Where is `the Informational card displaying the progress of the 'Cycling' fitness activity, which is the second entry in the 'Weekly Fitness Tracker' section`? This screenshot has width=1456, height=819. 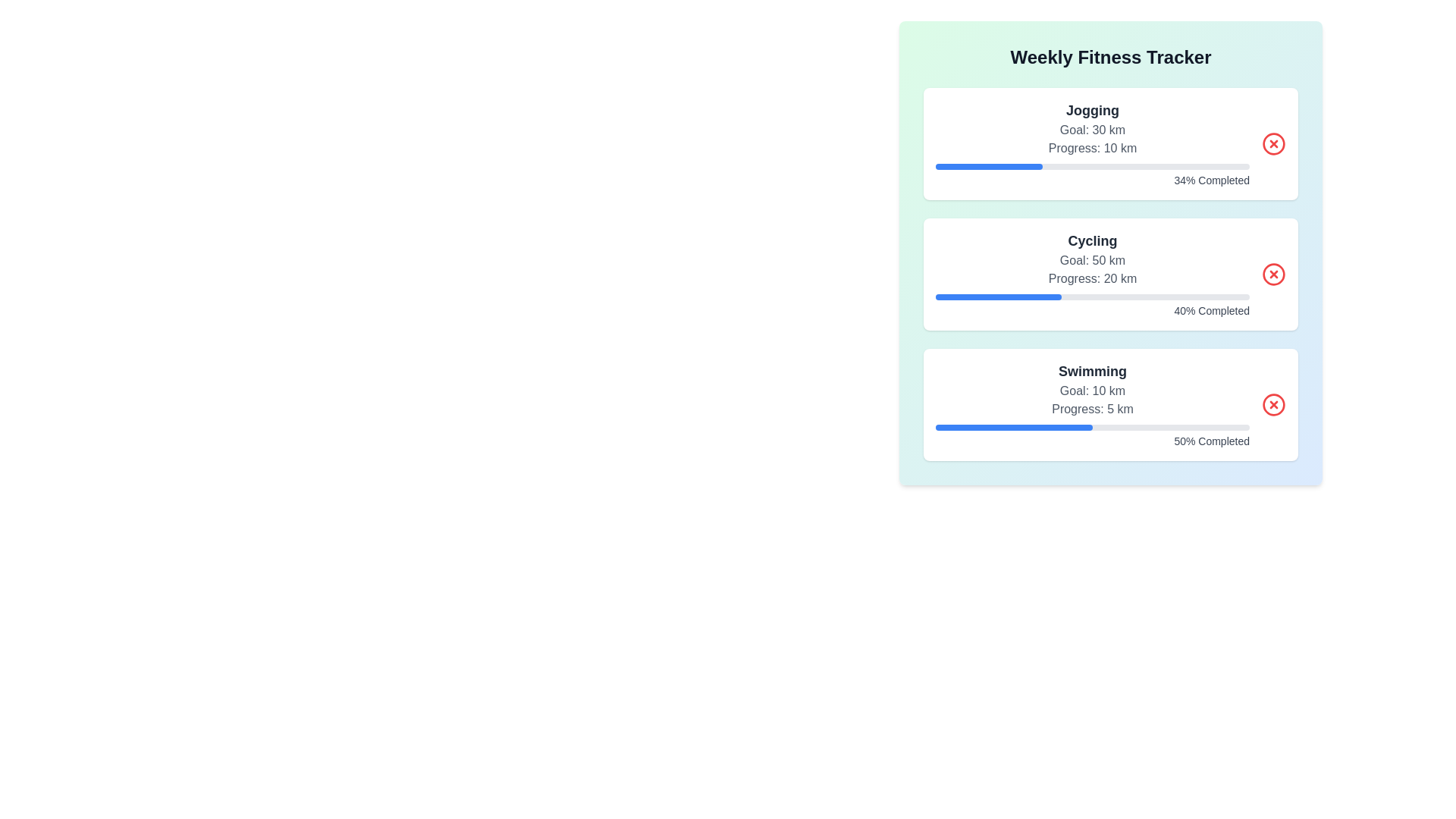 the Informational card displaying the progress of the 'Cycling' fitness activity, which is the second entry in the 'Weekly Fitness Tracker' section is located at coordinates (1110, 275).